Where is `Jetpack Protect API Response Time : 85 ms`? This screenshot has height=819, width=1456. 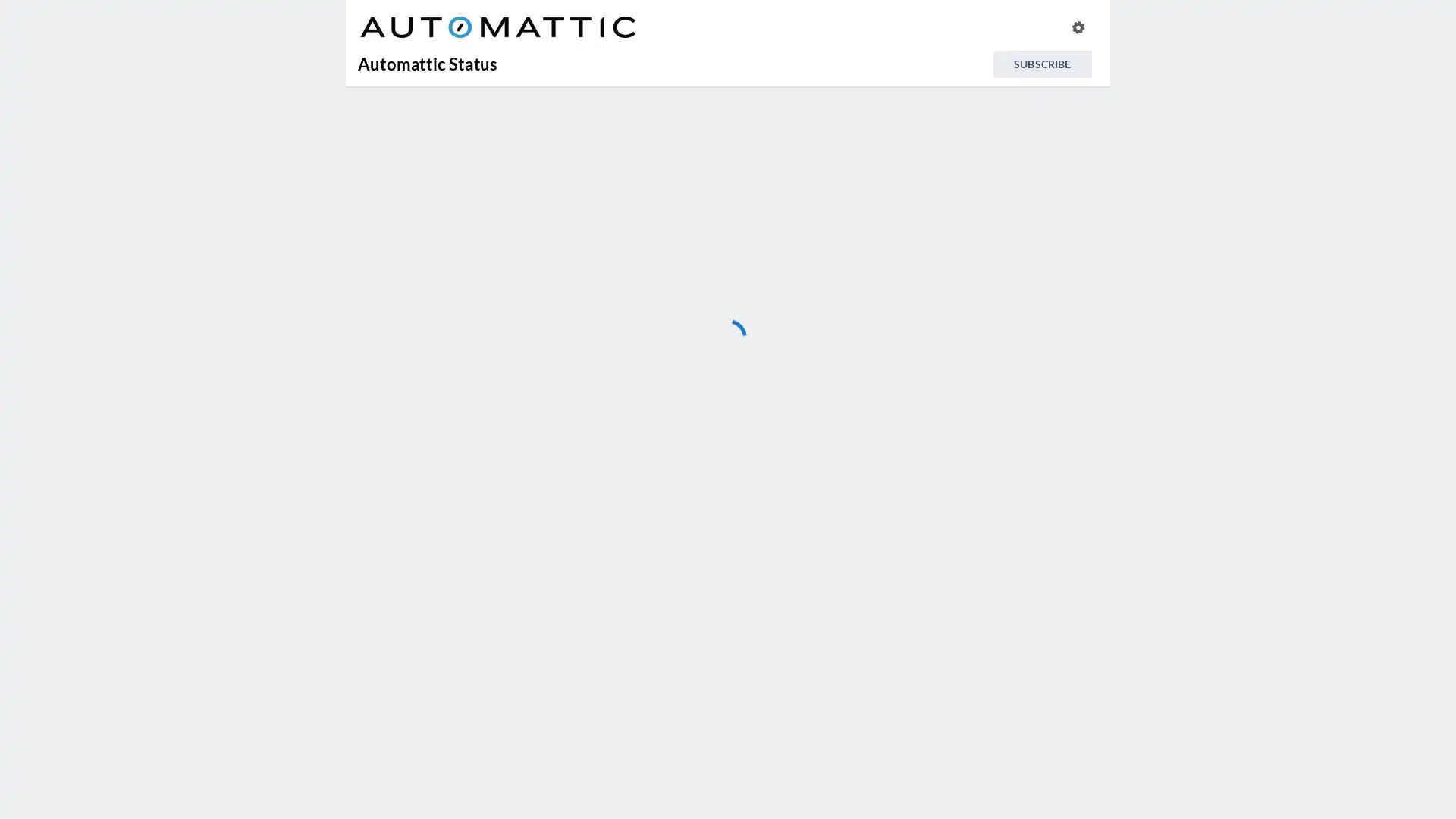
Jetpack Protect API Response Time : 85 ms is located at coordinates (635, 516).